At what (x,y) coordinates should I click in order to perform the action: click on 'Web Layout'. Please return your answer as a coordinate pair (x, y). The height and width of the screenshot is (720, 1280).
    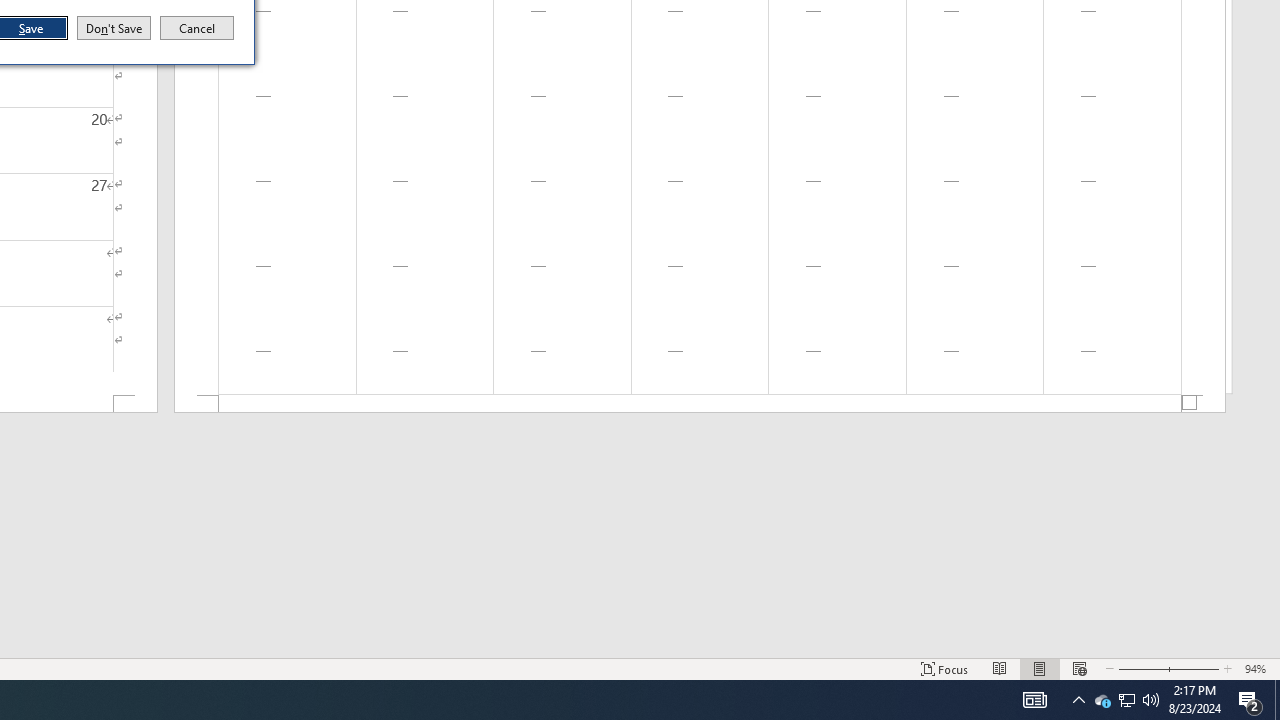
    Looking at the image, I should click on (1078, 669).